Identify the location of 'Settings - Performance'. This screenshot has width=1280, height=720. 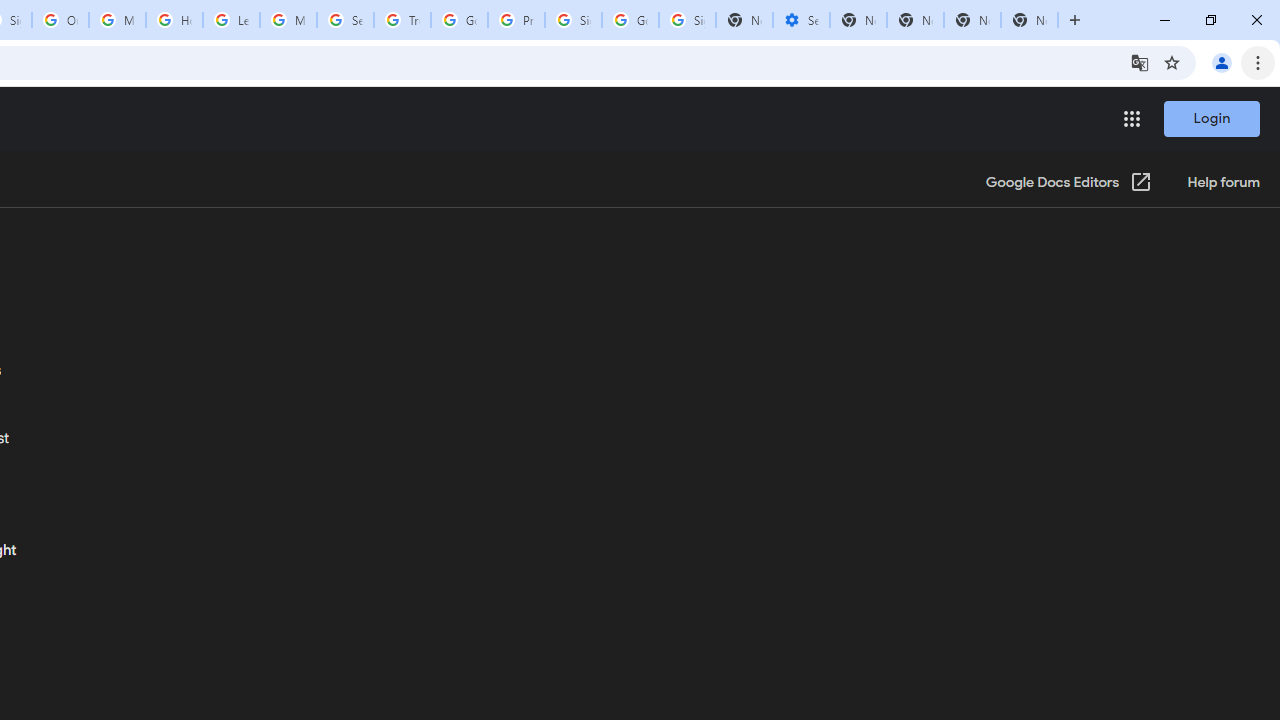
(801, 20).